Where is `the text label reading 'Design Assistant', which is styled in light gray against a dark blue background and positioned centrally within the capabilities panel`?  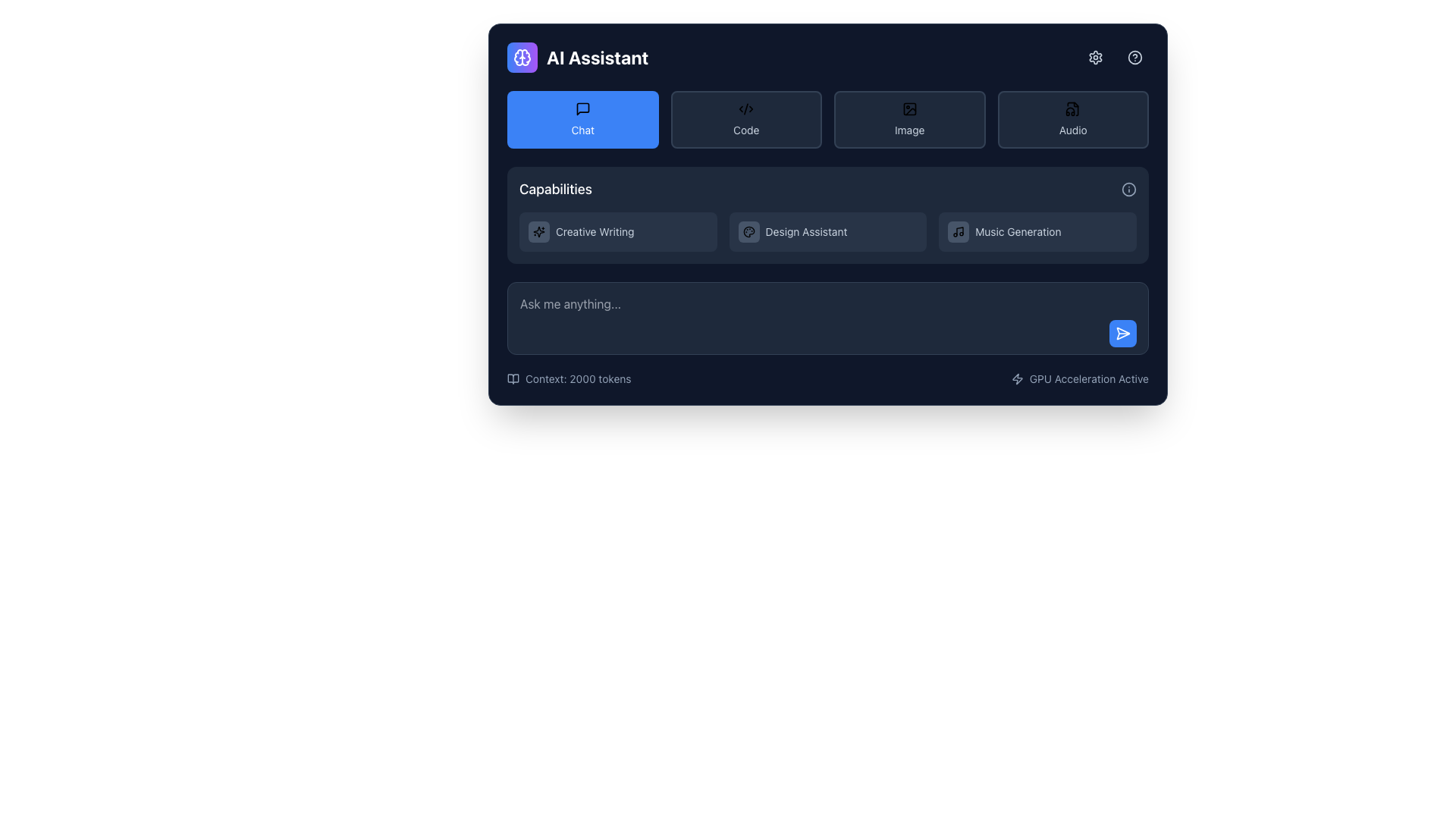
the text label reading 'Design Assistant', which is styled in light gray against a dark blue background and positioned centrally within the capabilities panel is located at coordinates (805, 231).